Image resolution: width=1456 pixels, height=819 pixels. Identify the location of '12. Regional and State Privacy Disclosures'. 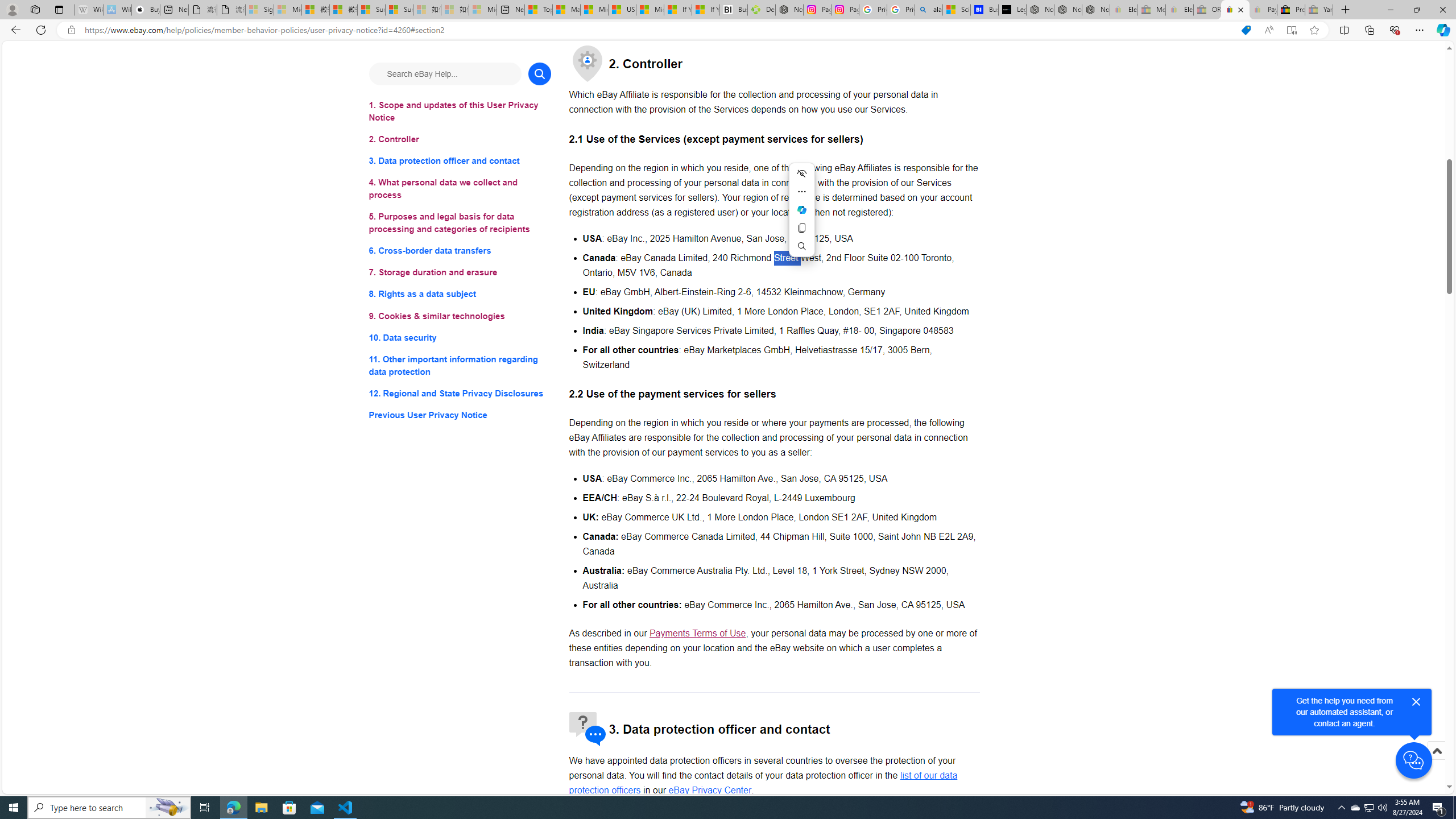
(459, 392).